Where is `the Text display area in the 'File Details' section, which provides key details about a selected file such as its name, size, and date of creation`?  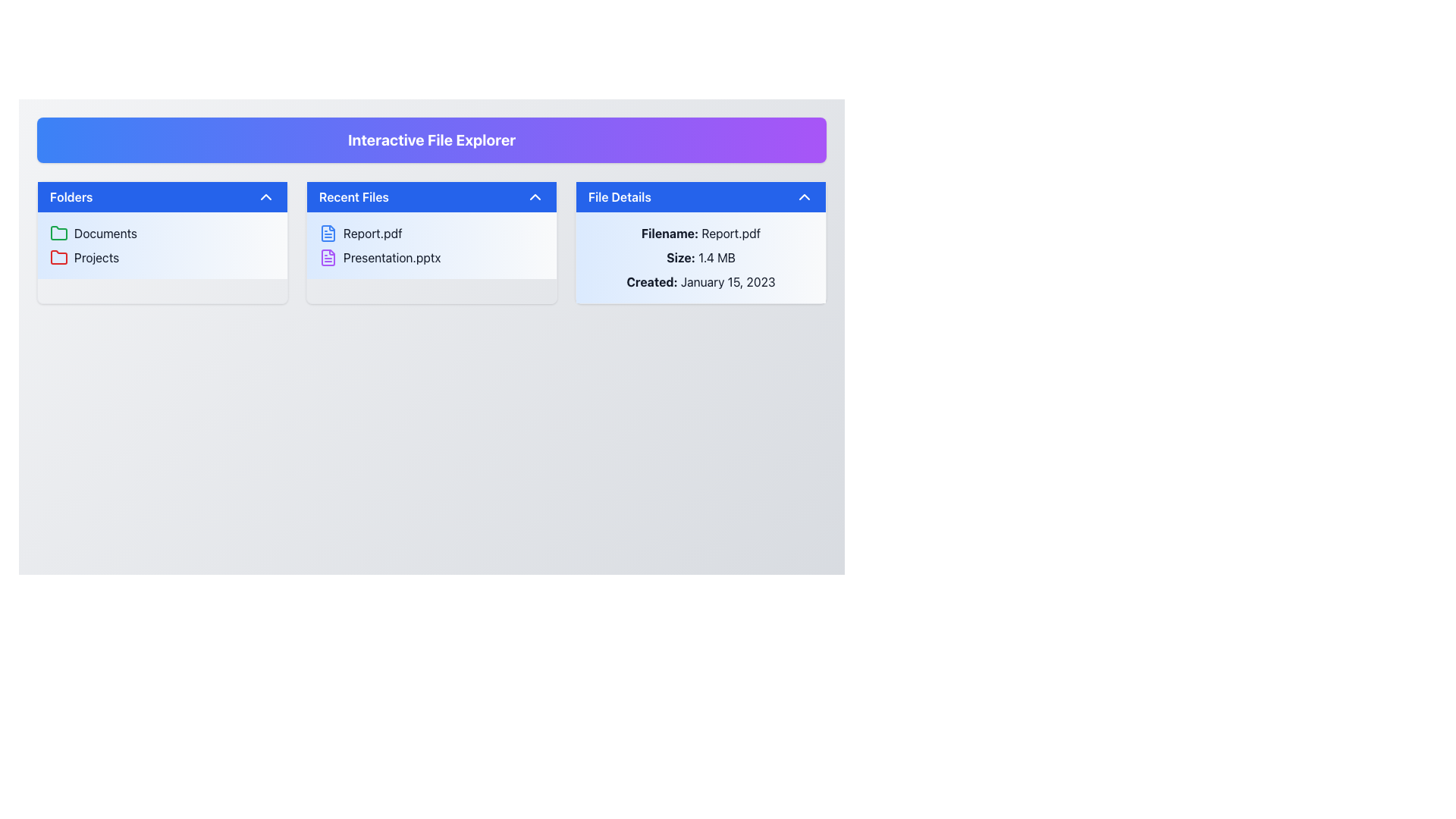
the Text display area in the 'File Details' section, which provides key details about a selected file such as its name, size, and date of creation is located at coordinates (700, 256).